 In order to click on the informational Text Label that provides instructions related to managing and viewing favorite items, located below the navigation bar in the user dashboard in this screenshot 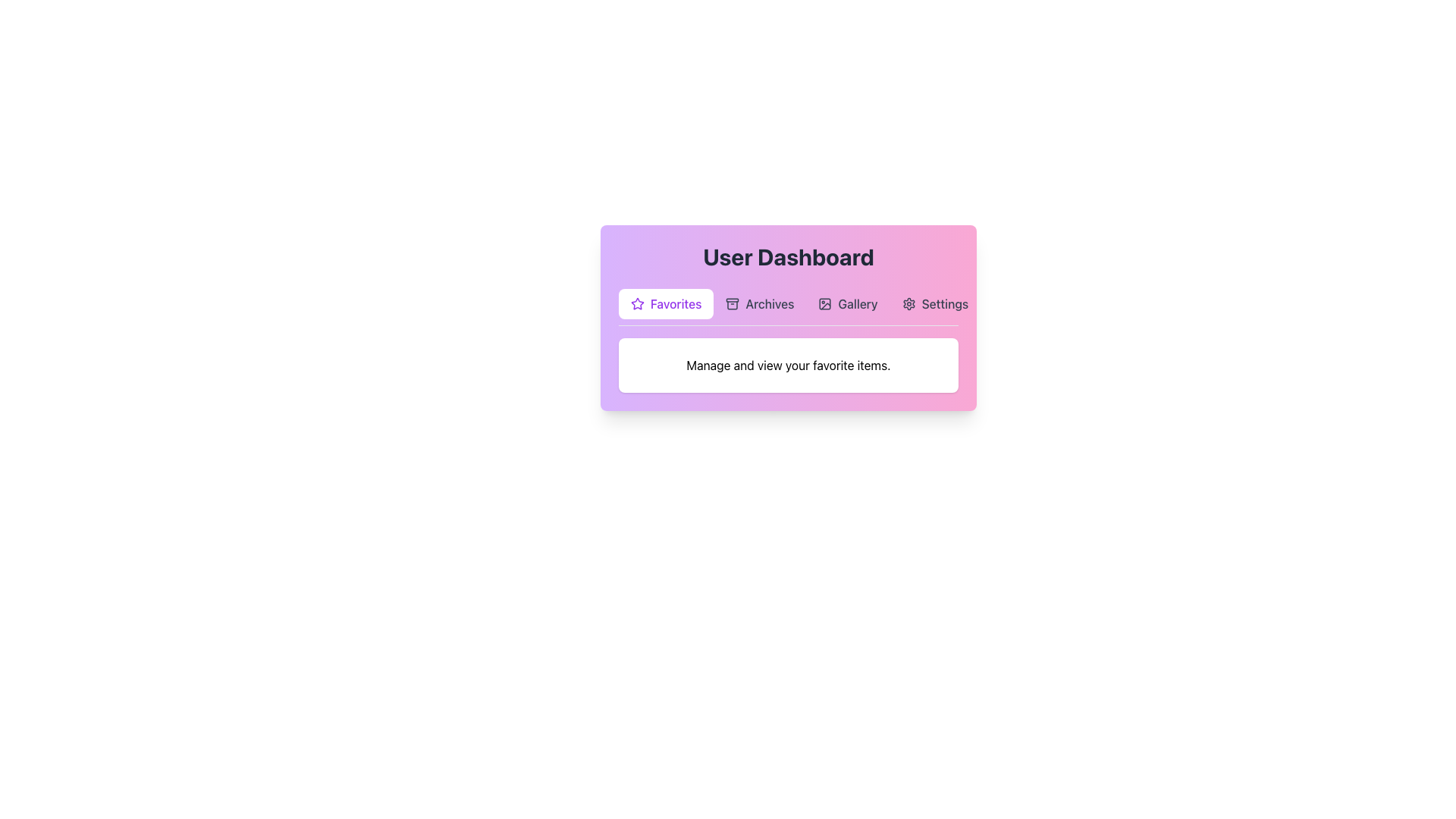, I will do `click(789, 366)`.